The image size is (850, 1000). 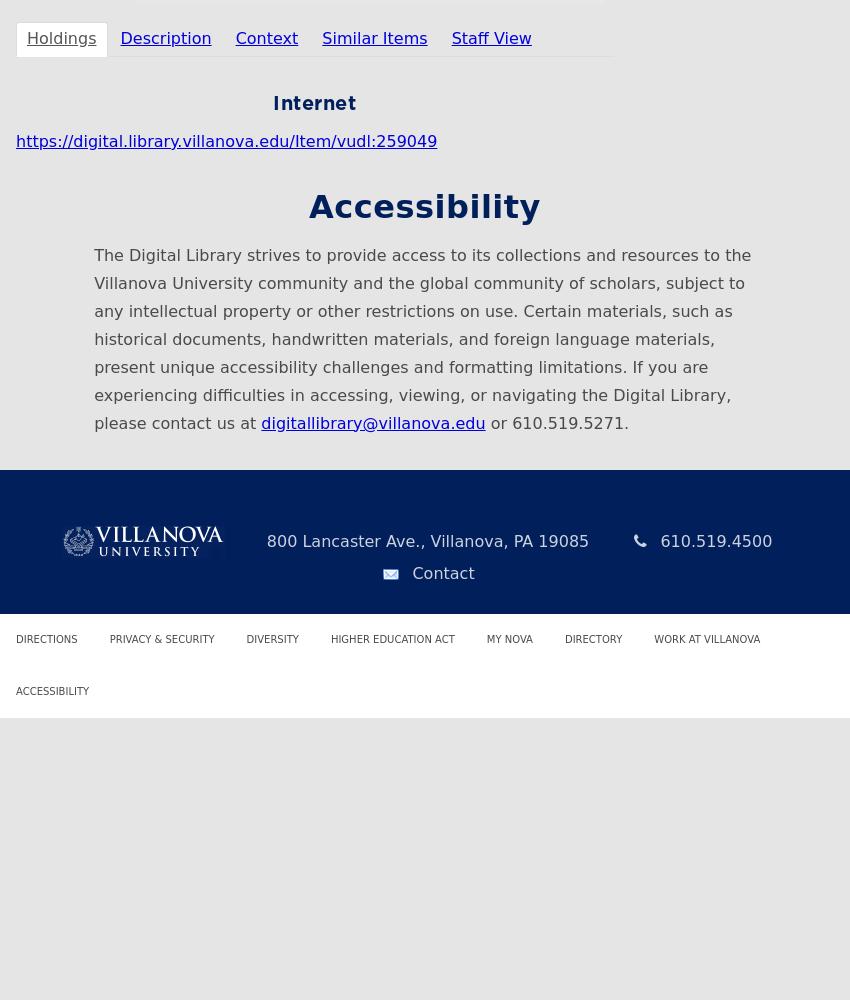 What do you see at coordinates (14, 638) in the screenshot?
I see `'Directions'` at bounding box center [14, 638].